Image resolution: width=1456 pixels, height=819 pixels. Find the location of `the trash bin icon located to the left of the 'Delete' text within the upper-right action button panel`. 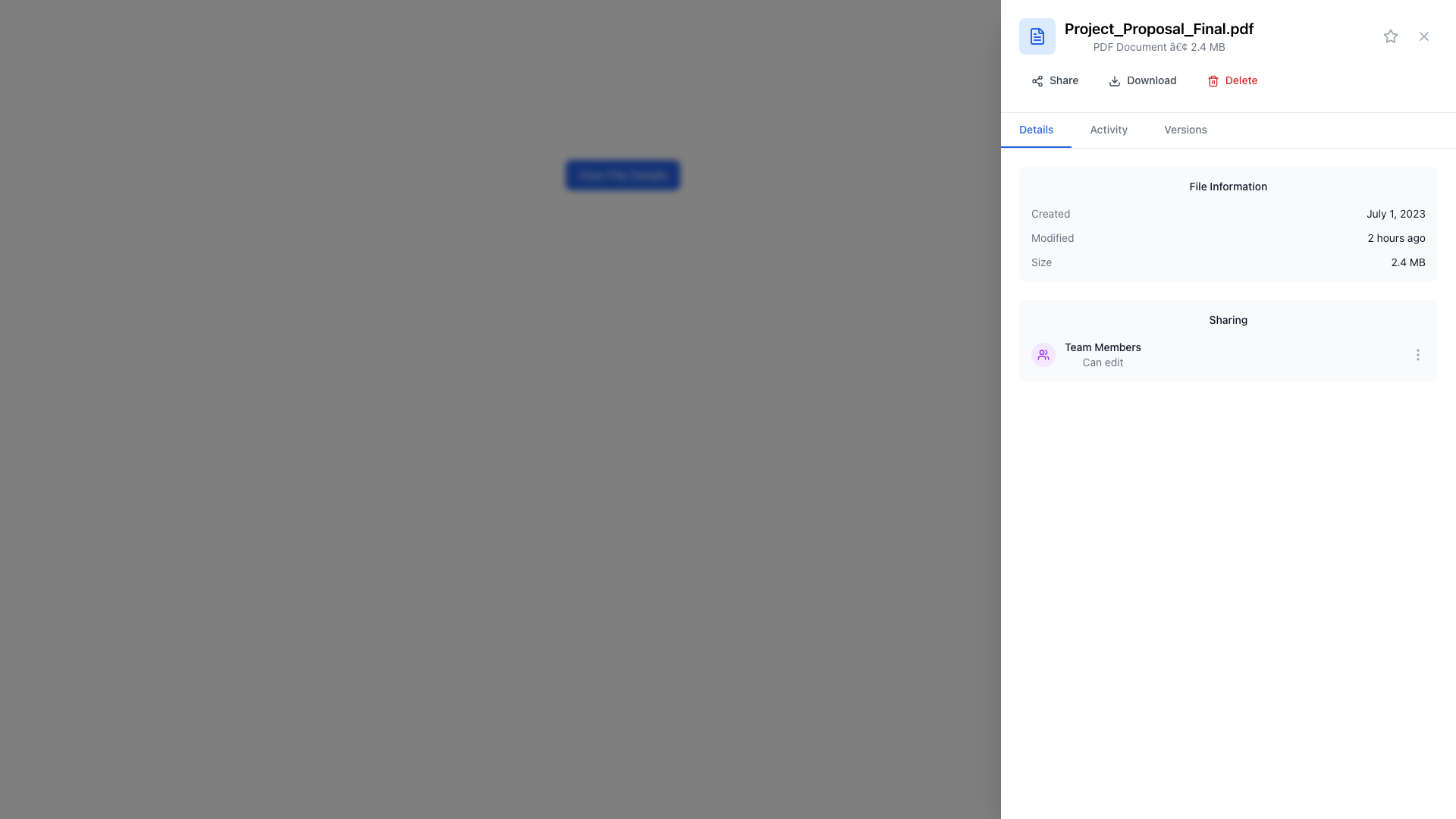

the trash bin icon located to the left of the 'Delete' text within the upper-right action button panel is located at coordinates (1212, 81).